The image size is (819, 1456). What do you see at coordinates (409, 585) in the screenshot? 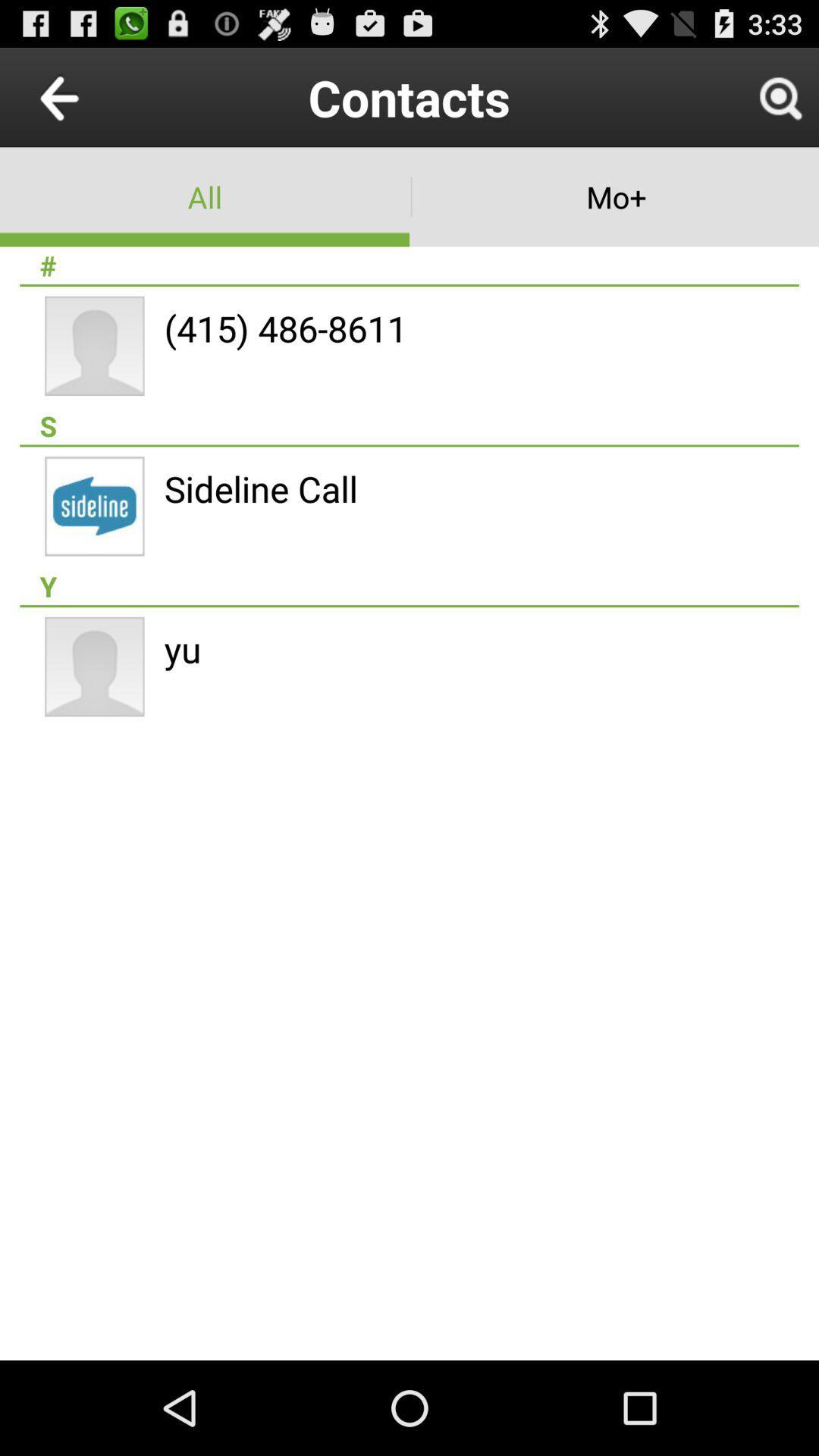
I see `y item` at bounding box center [409, 585].